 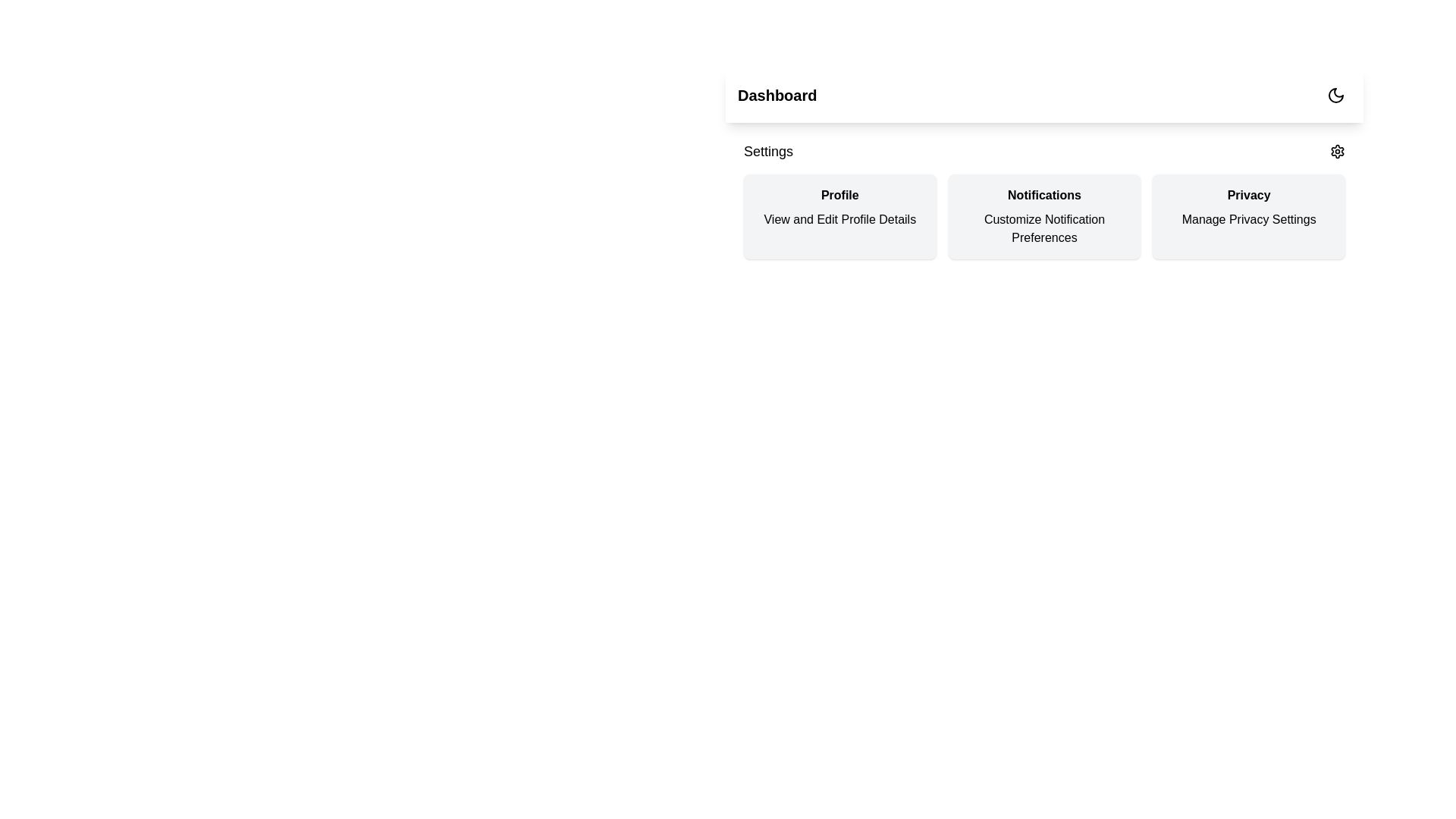 I want to click on the gear-shaped settings icon located on the far right side of the header section to potentially reveal additional options, so click(x=1337, y=152).